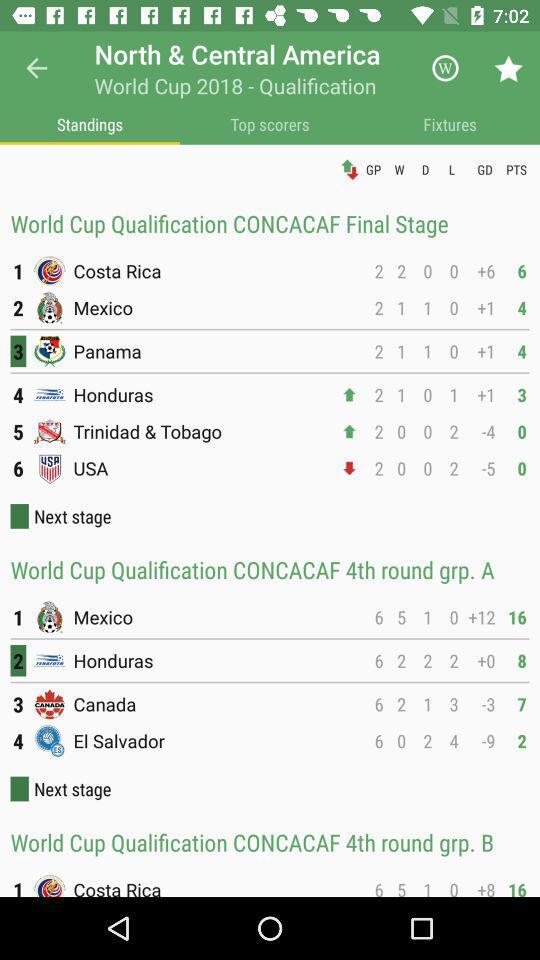 The width and height of the screenshot is (540, 960). What do you see at coordinates (270, 123) in the screenshot?
I see `item next to standings` at bounding box center [270, 123].